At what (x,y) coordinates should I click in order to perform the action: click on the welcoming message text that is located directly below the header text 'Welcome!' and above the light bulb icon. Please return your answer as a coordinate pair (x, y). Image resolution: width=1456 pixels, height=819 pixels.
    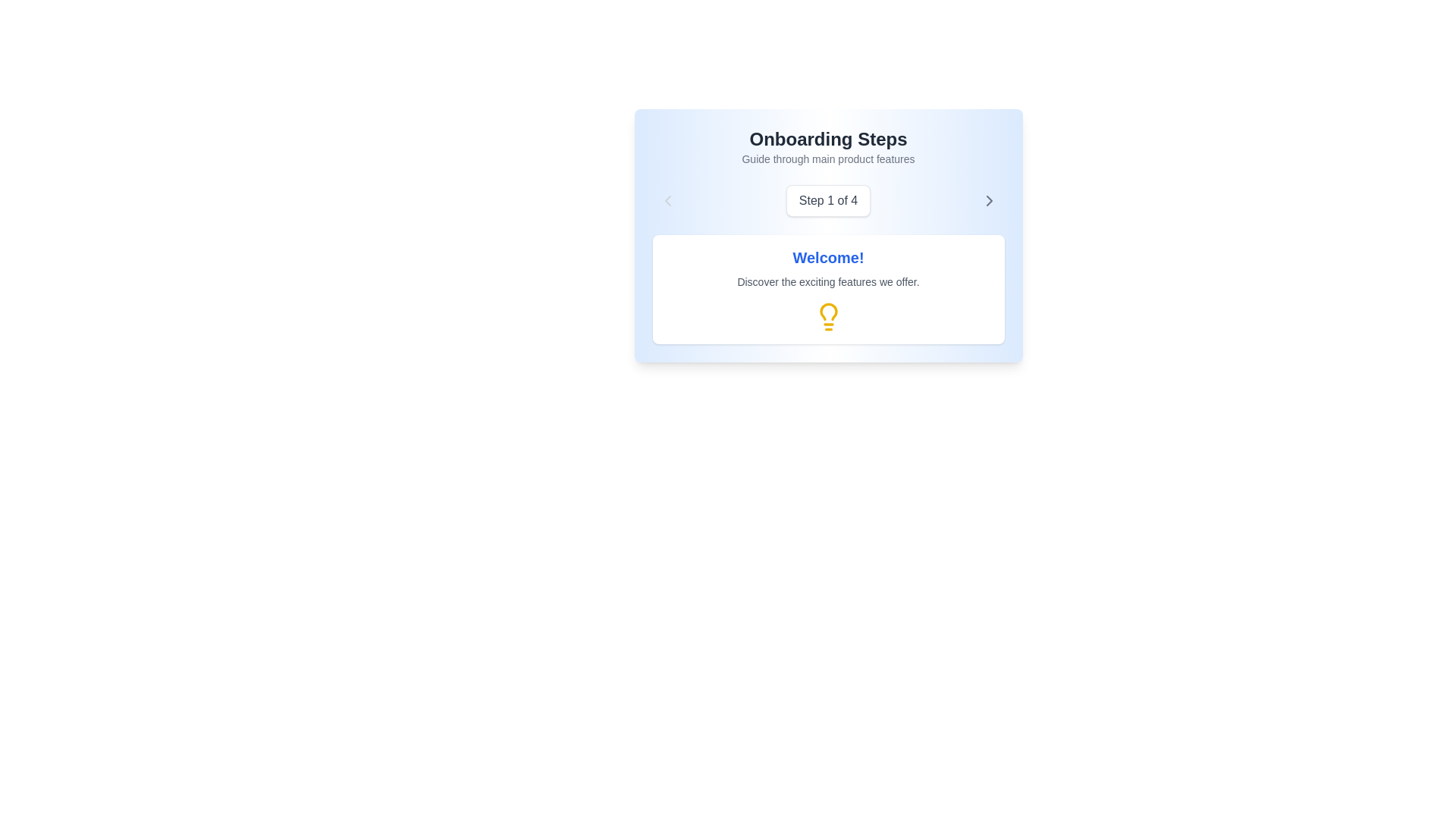
    Looking at the image, I should click on (827, 281).